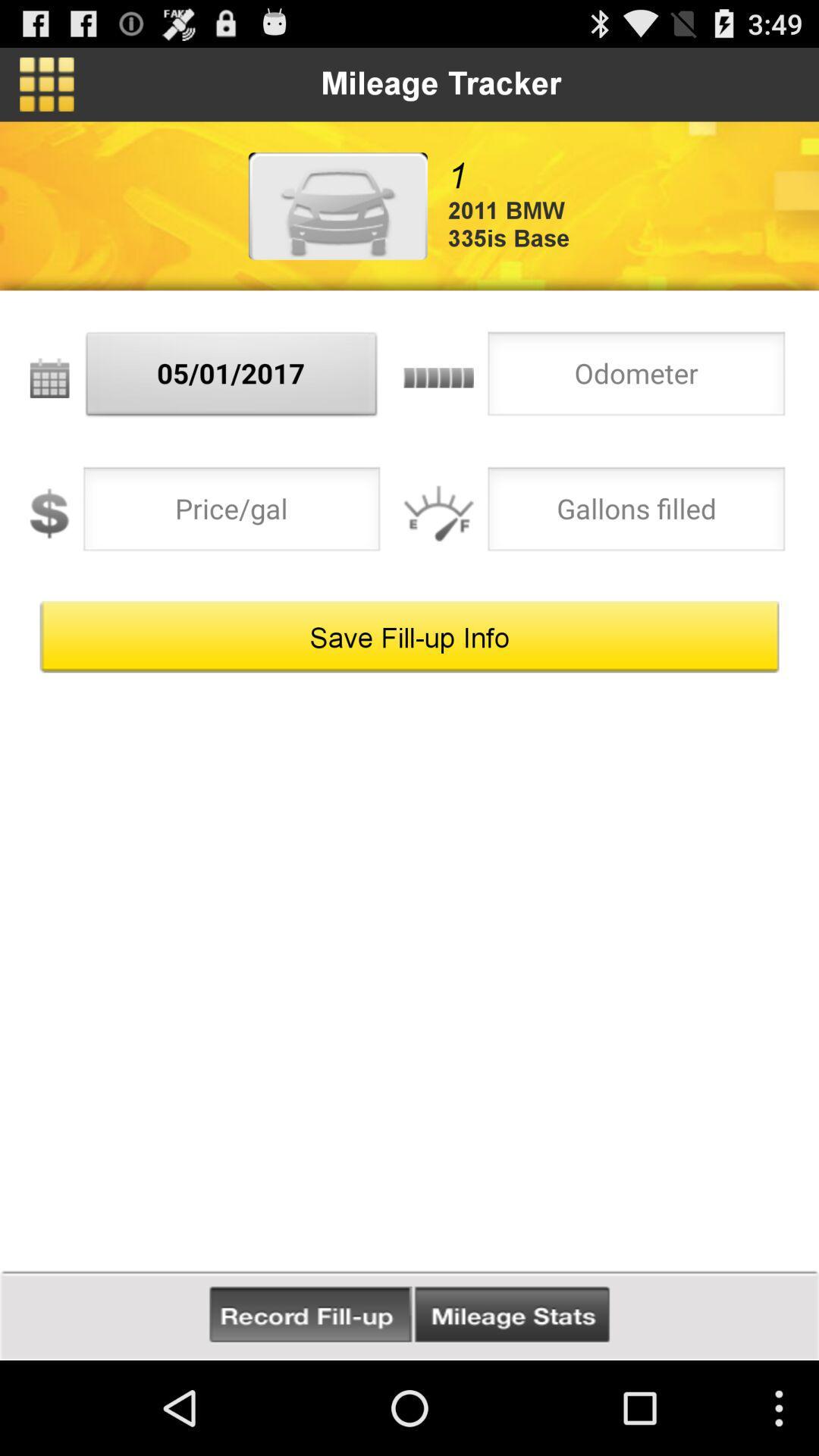 The width and height of the screenshot is (819, 1456). What do you see at coordinates (45, 83) in the screenshot?
I see `icon next to the mileage tracker icon` at bounding box center [45, 83].